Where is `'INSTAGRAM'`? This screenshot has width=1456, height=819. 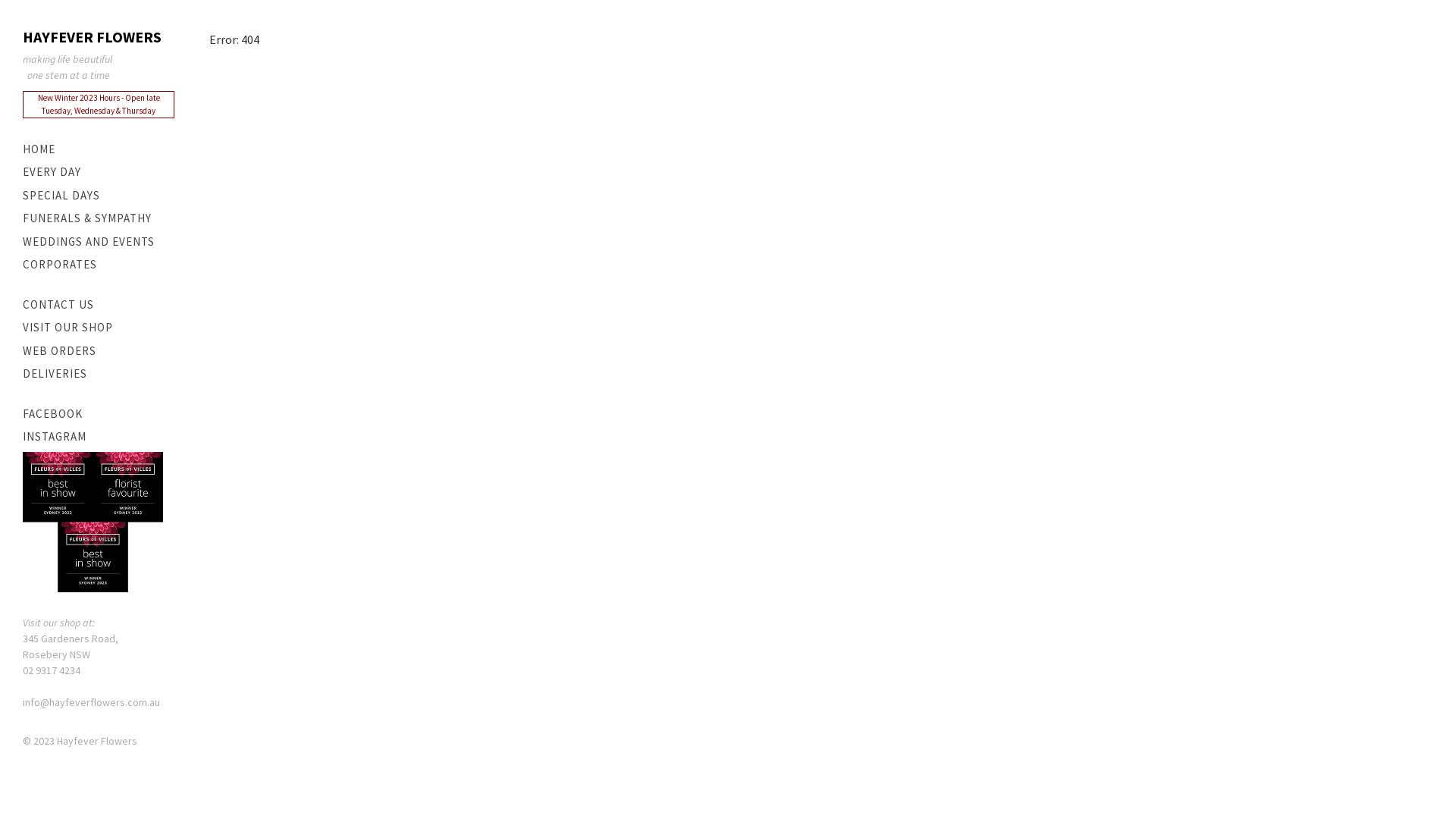 'INSTAGRAM' is located at coordinates (97, 437).